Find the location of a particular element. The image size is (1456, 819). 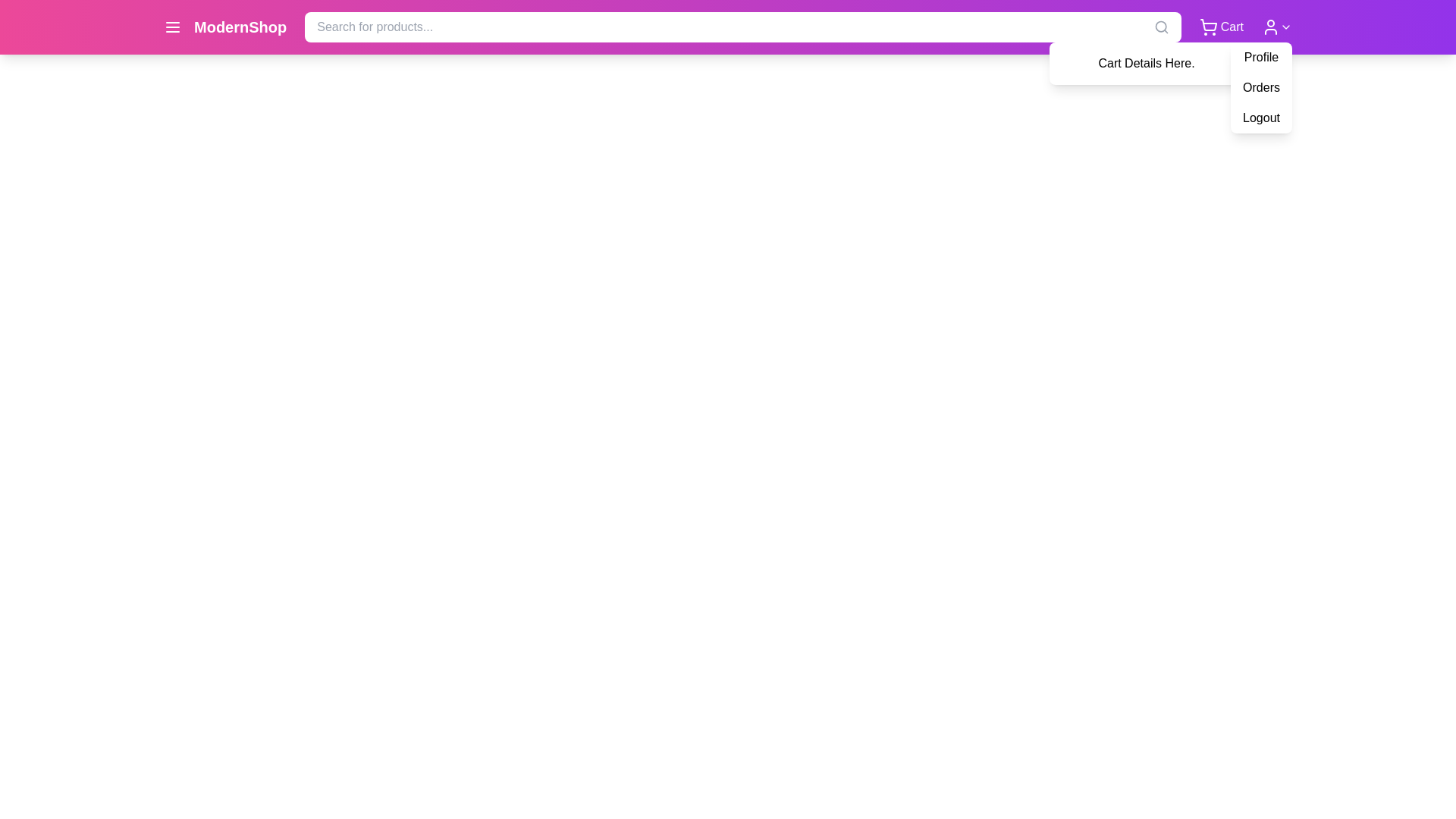

the small vector graphic circle that represents the lens of the magnifying glass in the top-right corner of the interface, which is part of the search icon is located at coordinates (1160, 27).